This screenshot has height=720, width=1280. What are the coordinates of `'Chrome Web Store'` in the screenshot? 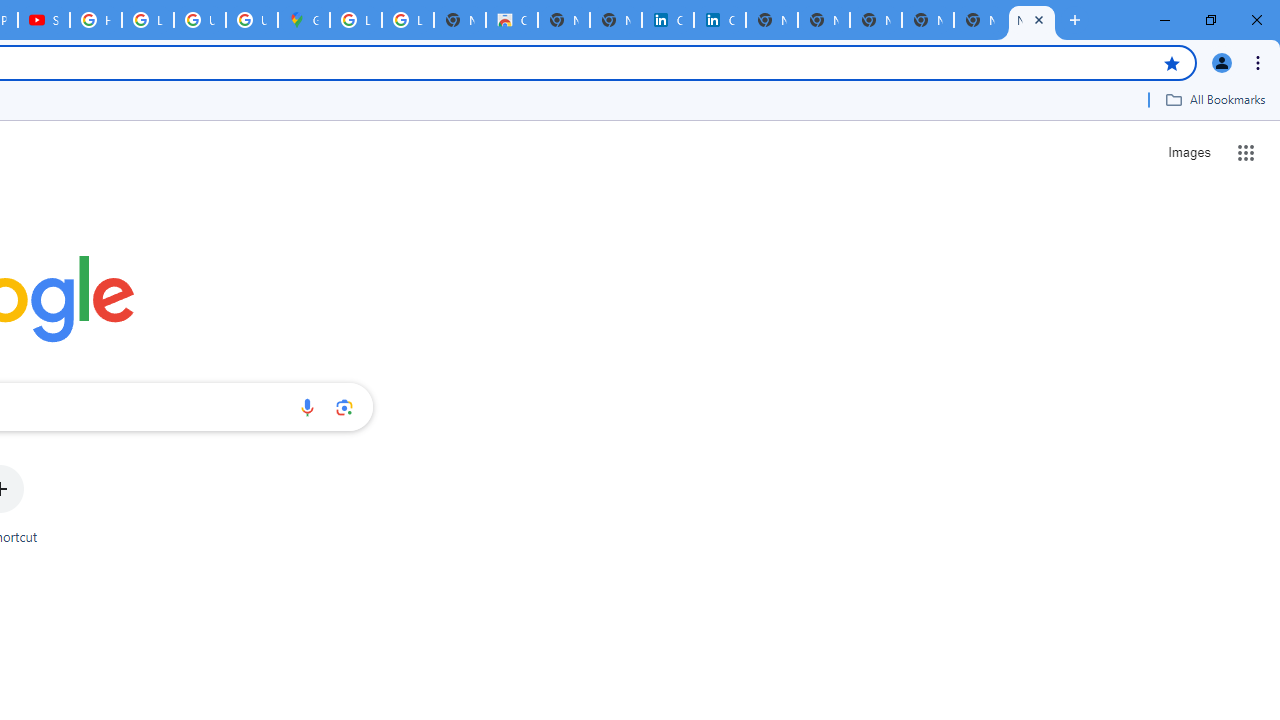 It's located at (512, 20).